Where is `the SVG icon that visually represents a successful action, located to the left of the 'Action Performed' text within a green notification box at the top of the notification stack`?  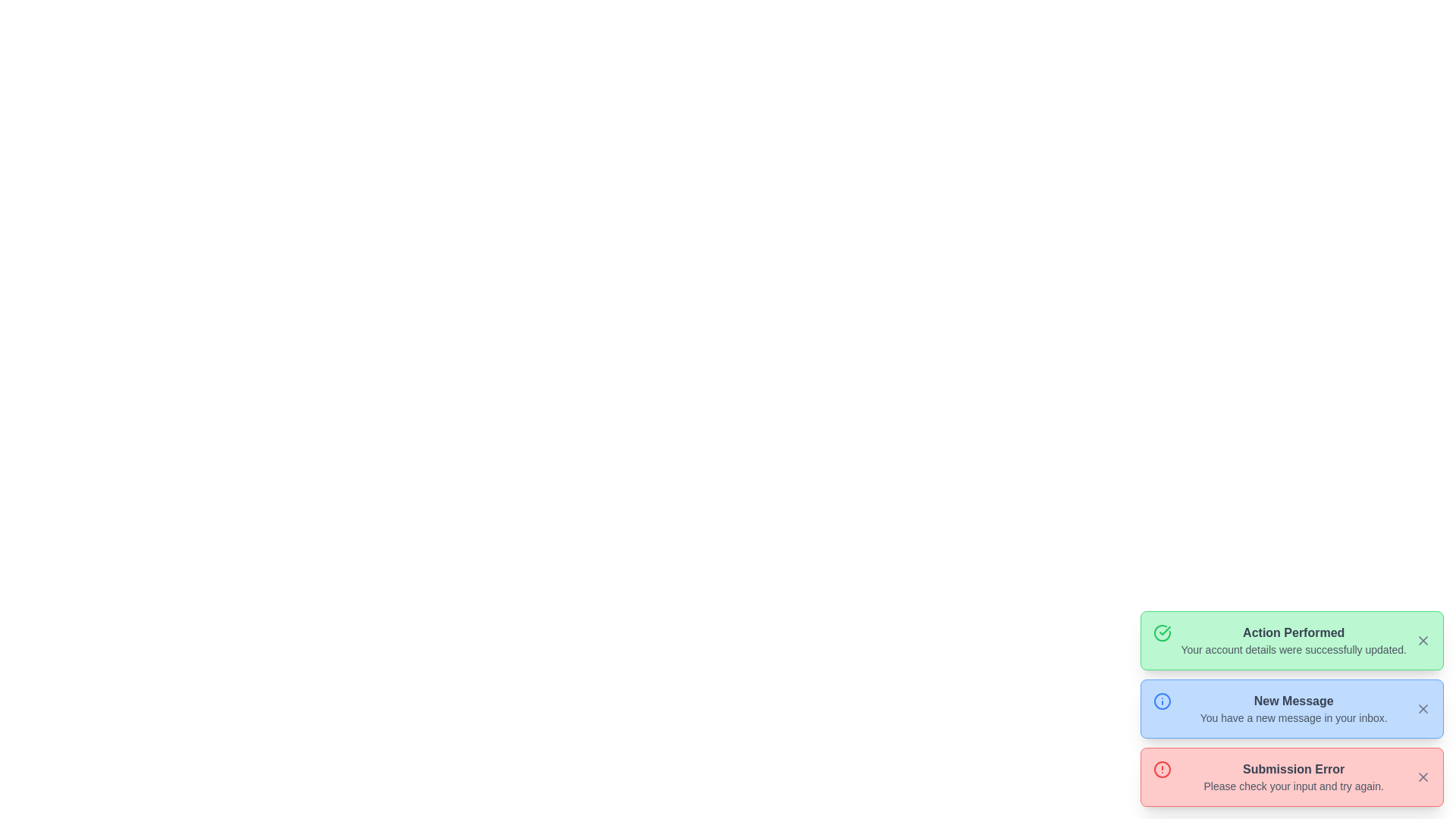
the SVG icon that visually represents a successful action, located to the left of the 'Action Performed' text within a green notification box at the top of the notification stack is located at coordinates (1164, 631).